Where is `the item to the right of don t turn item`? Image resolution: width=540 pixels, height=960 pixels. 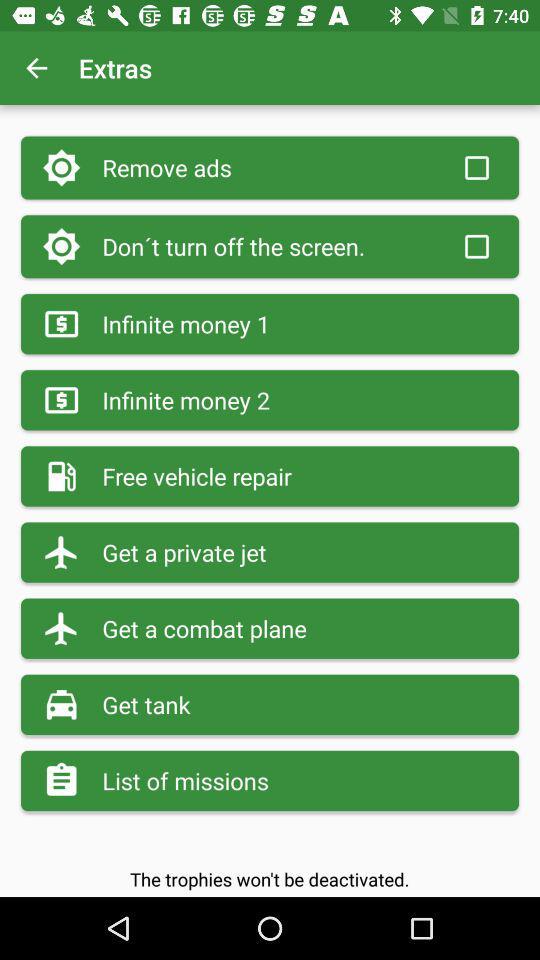
the item to the right of don t turn item is located at coordinates (475, 245).